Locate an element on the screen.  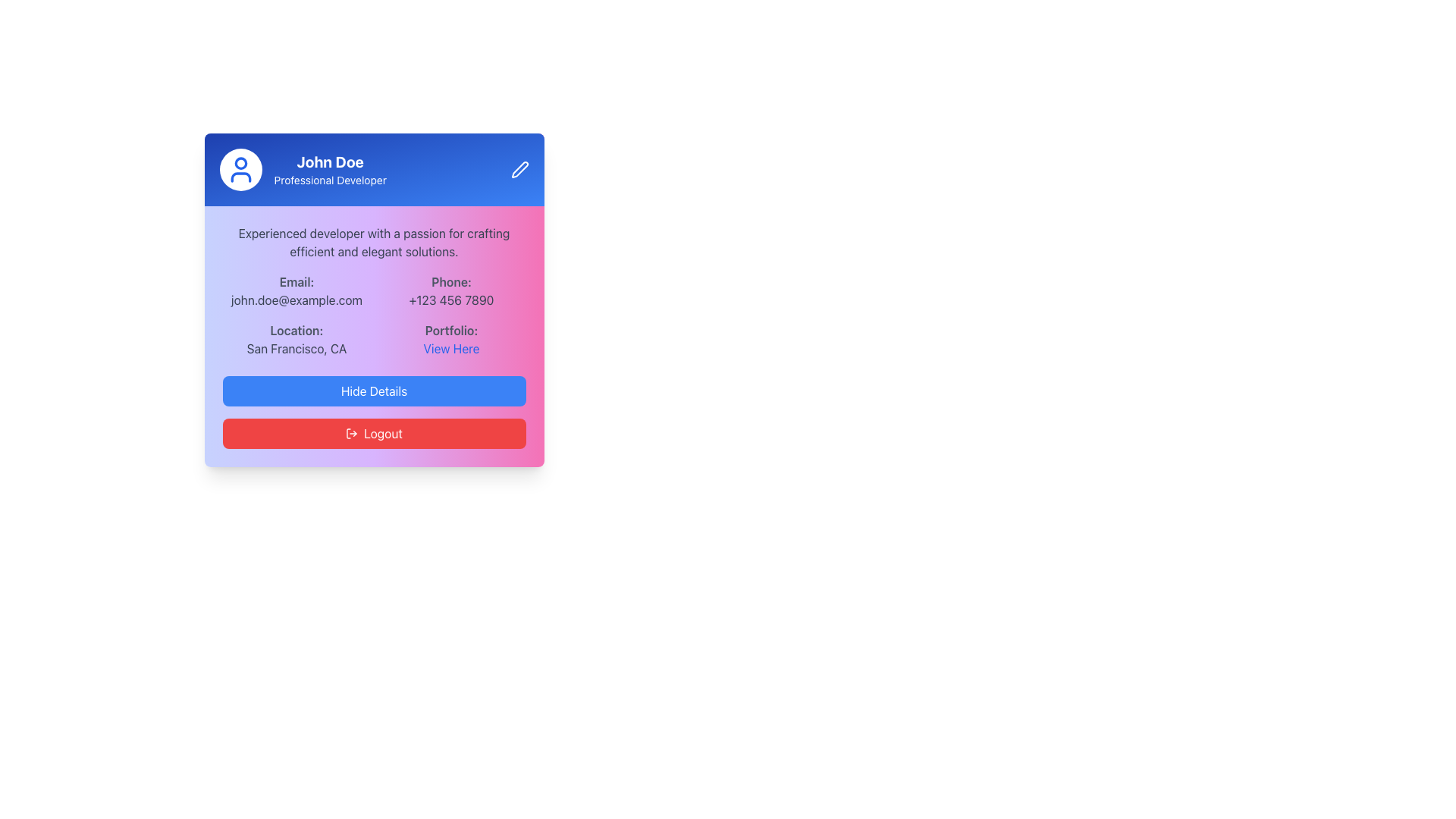
the 'View Here' hyperlink under the 'Portfolio:' label is located at coordinates (450, 338).